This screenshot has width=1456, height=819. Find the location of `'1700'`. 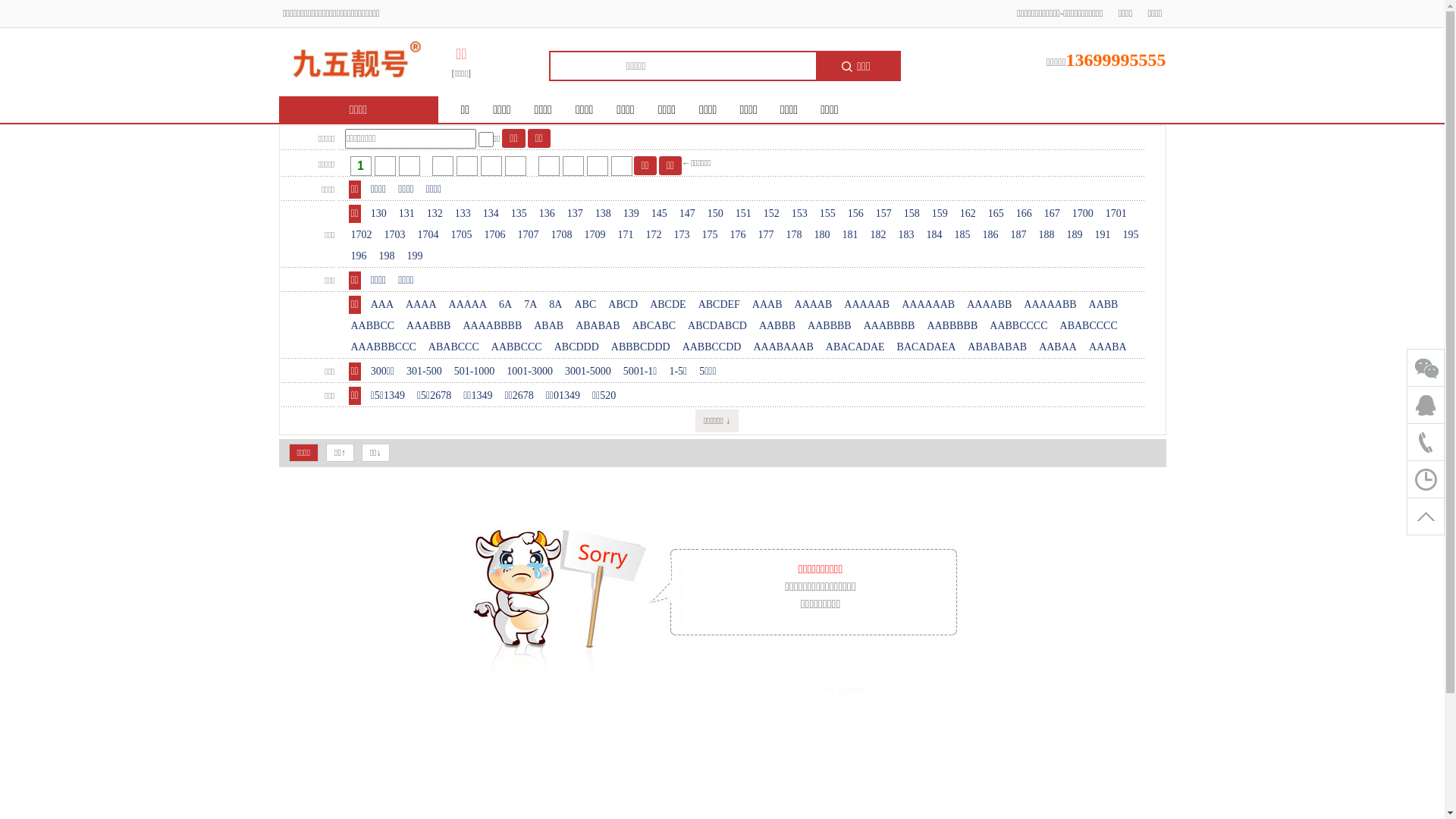

'1700' is located at coordinates (1081, 213).